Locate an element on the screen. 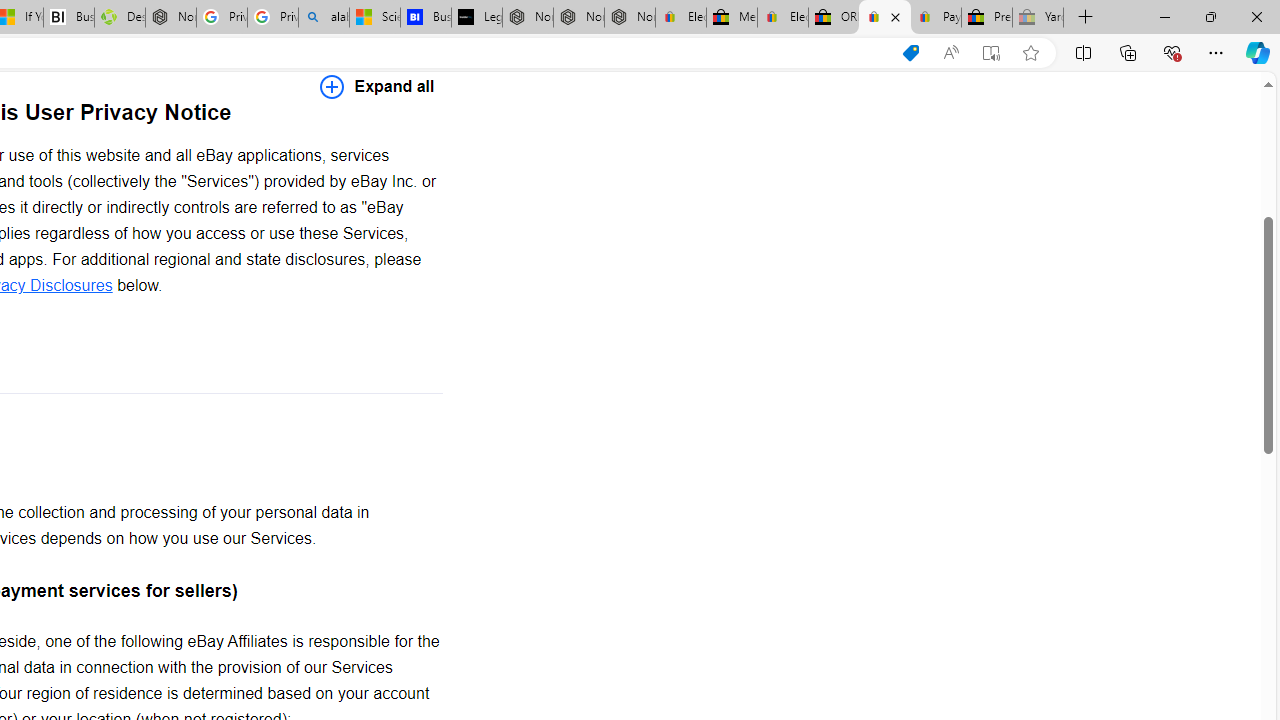 The image size is (1280, 720). 'Yard, Garden & Outdoor Living - Sleeping' is located at coordinates (1038, 17).